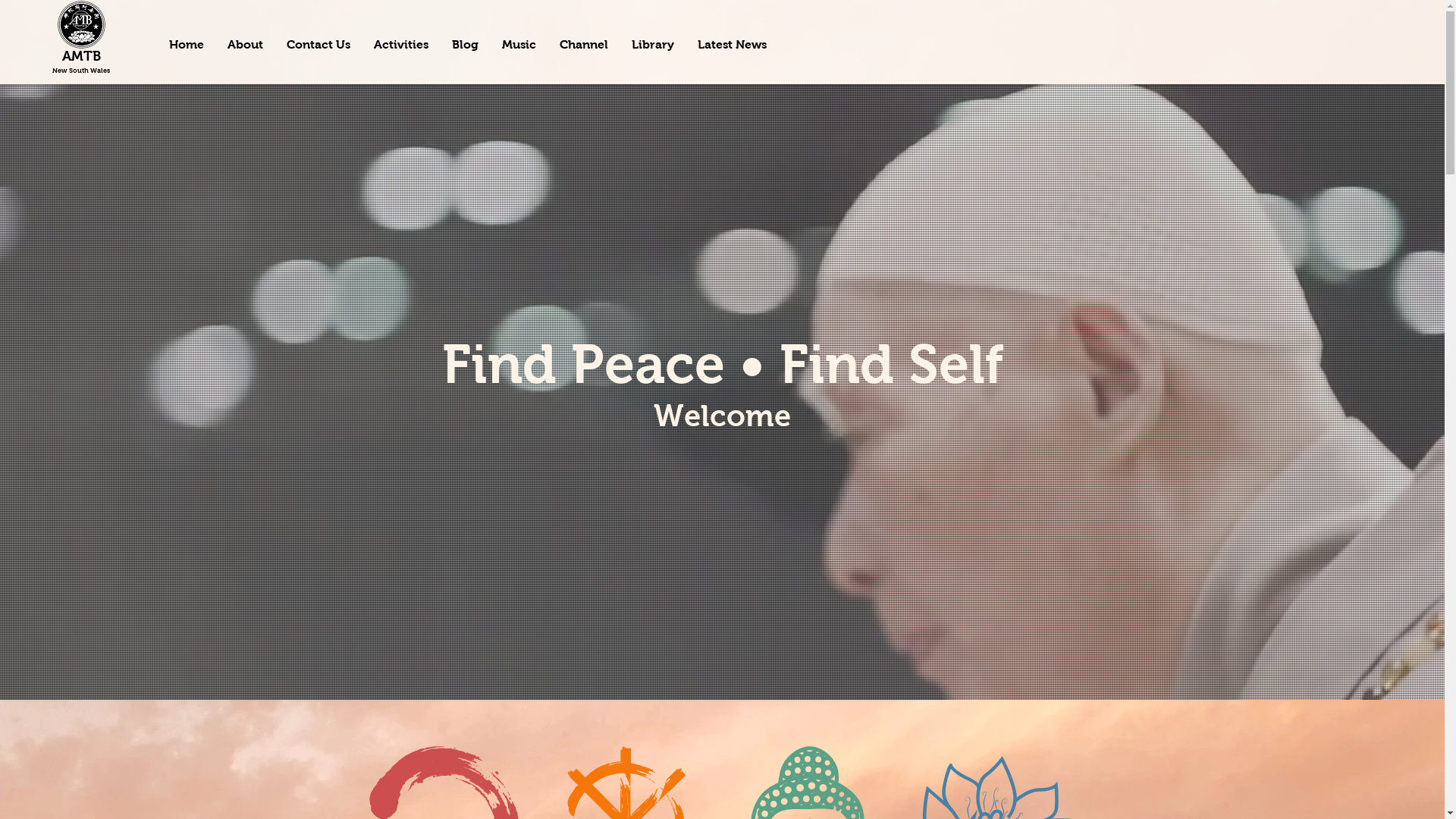 This screenshot has height=819, width=1456. I want to click on 'Activities', so click(400, 43).